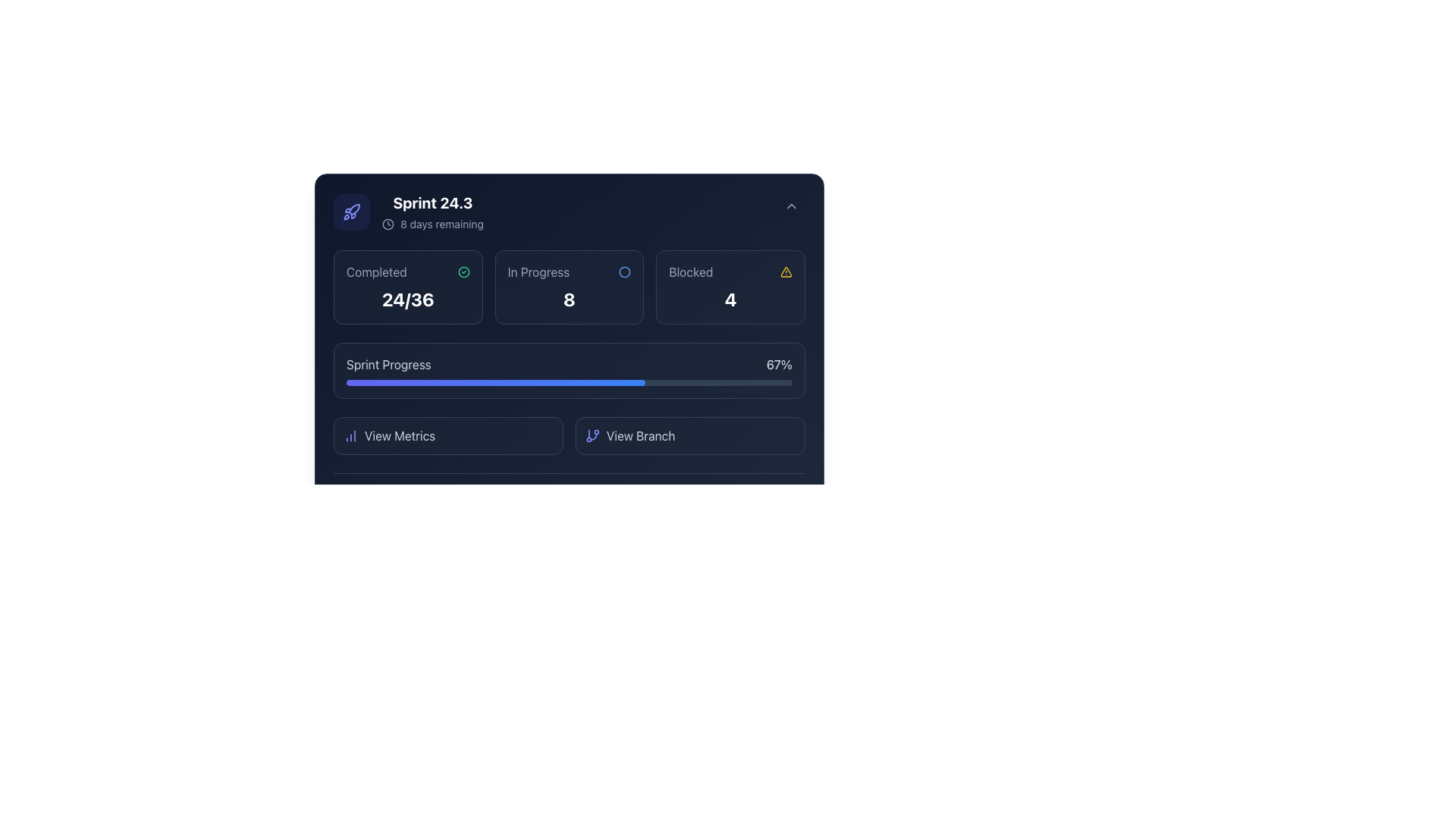 This screenshot has width=1456, height=819. What do you see at coordinates (447, 435) in the screenshot?
I see `the clickable button located in the lower section of the interface, to the left of the 'View Branch' button` at bounding box center [447, 435].